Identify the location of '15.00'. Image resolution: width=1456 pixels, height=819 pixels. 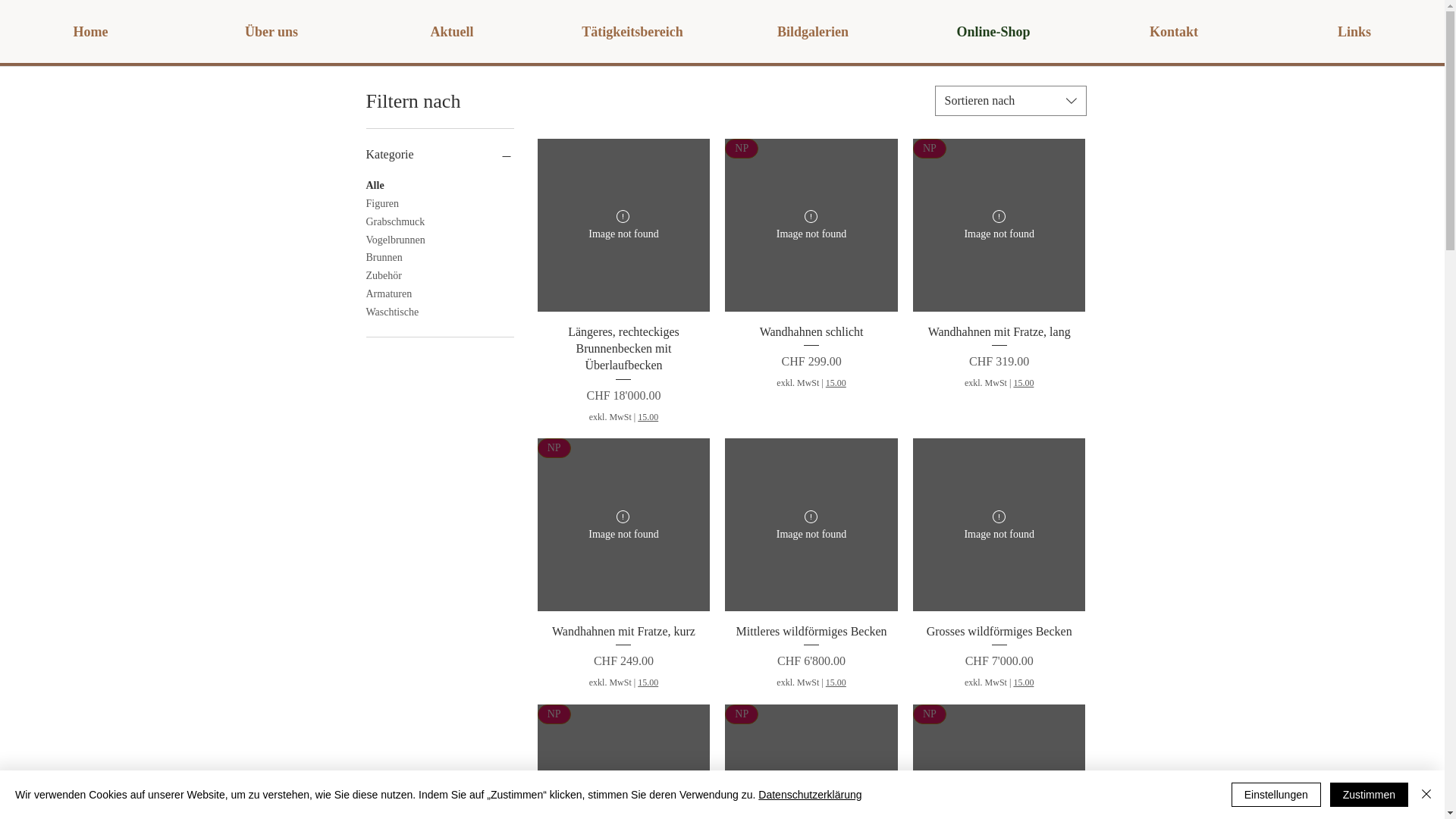
(1023, 382).